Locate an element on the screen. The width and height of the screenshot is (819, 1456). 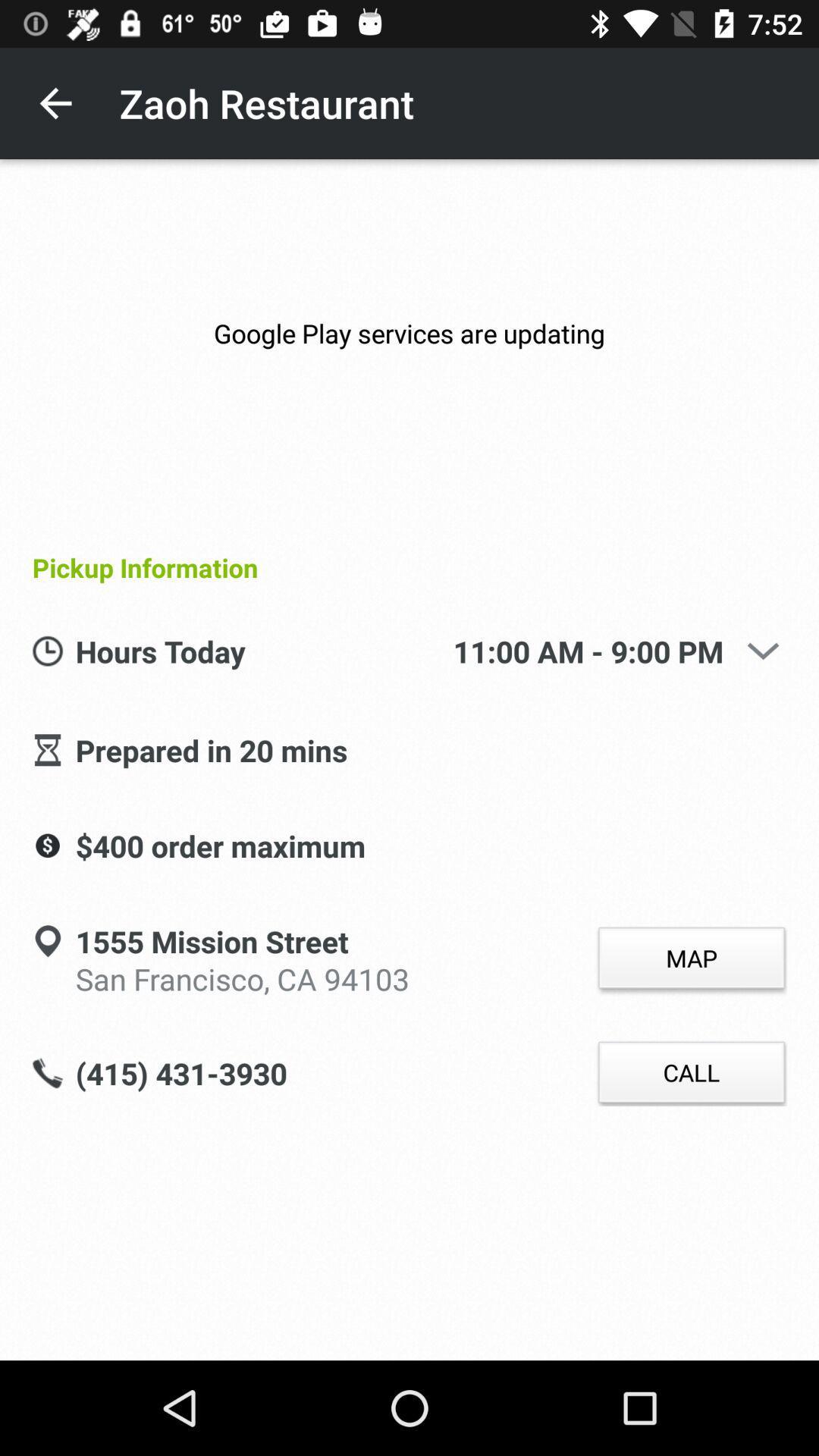
icon to the left of the map item is located at coordinates (212, 942).